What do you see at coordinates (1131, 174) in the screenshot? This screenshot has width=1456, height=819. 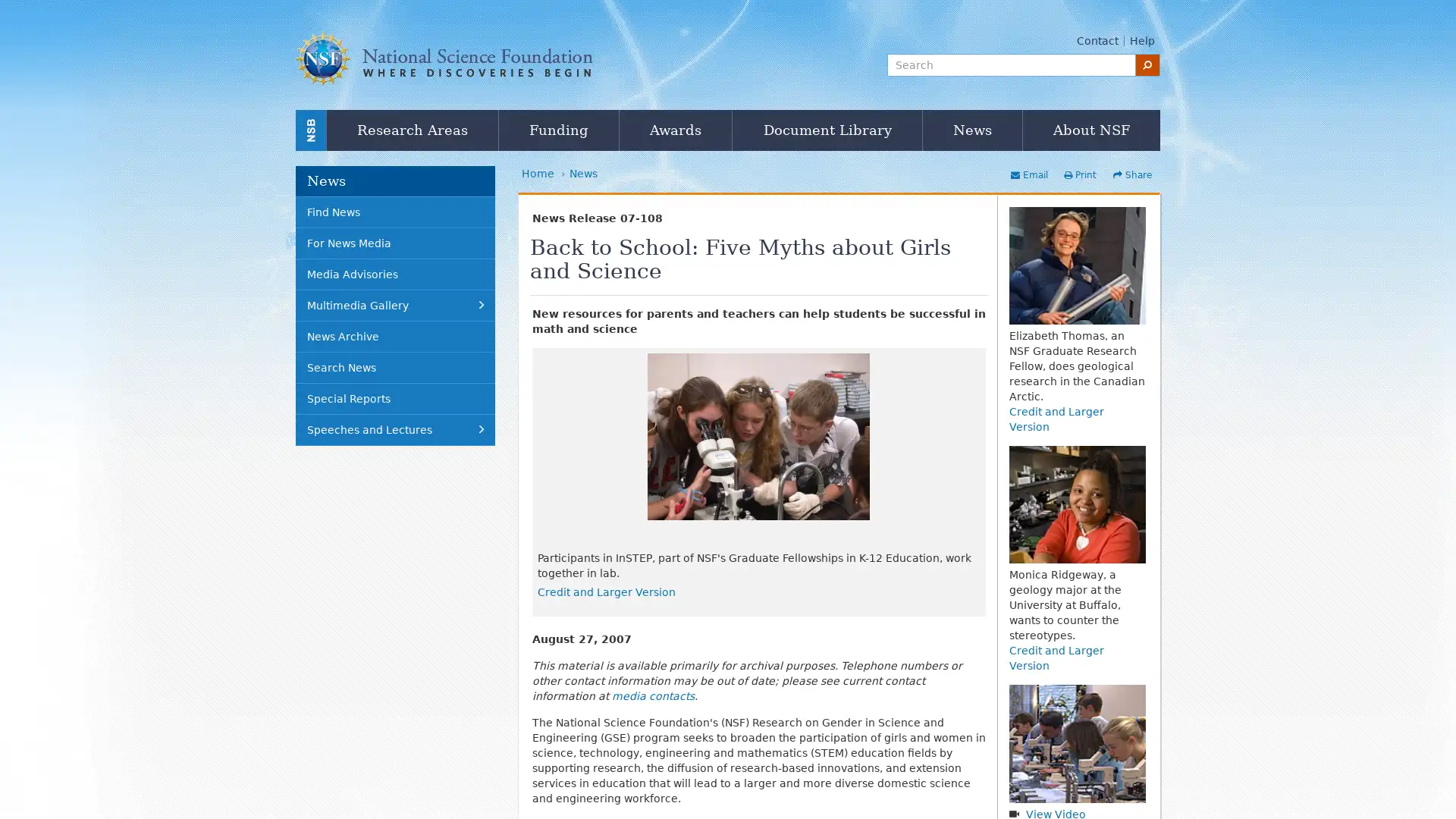 I see `Share this page` at bounding box center [1131, 174].